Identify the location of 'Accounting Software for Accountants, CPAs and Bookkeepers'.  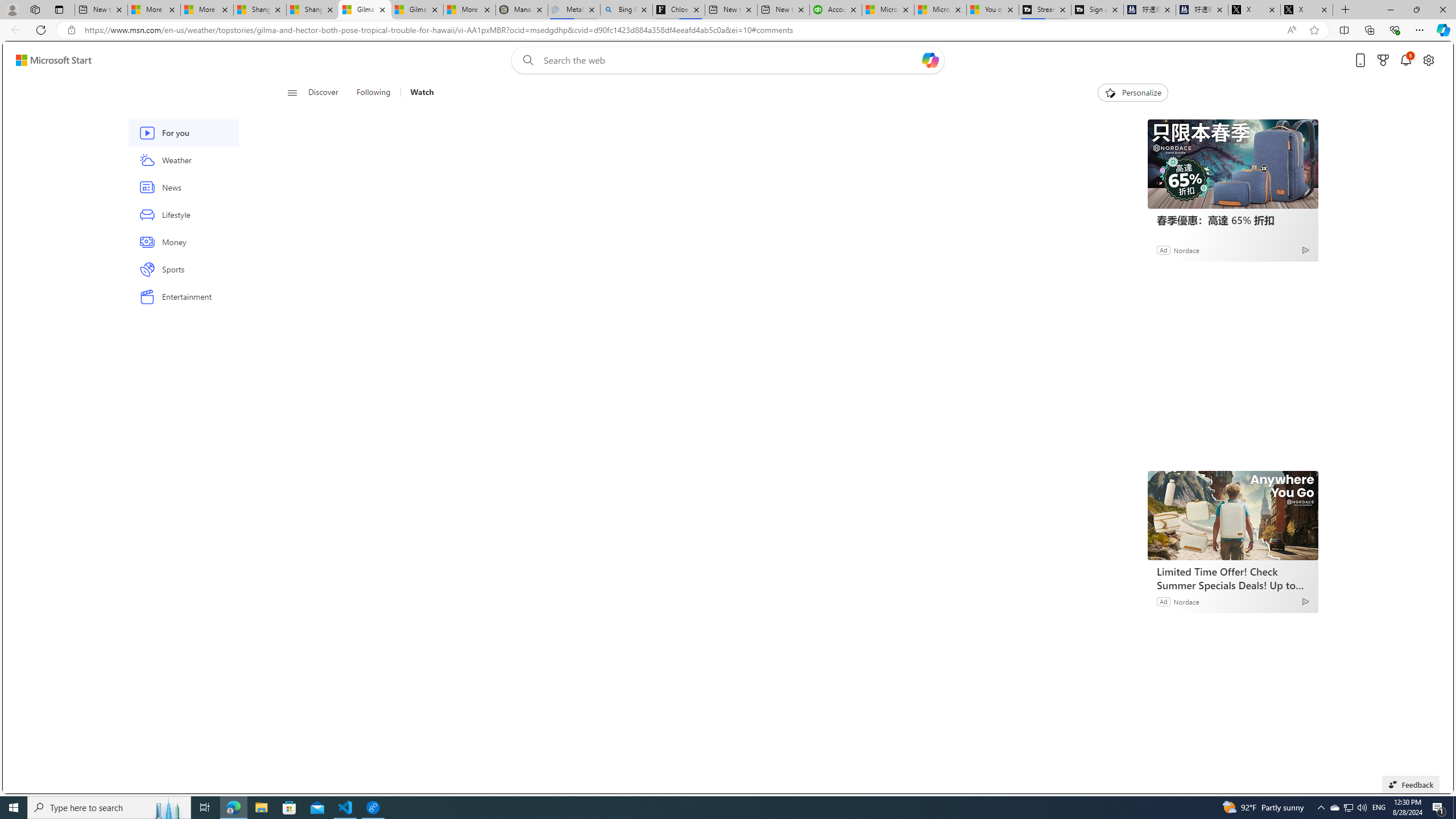
(835, 9).